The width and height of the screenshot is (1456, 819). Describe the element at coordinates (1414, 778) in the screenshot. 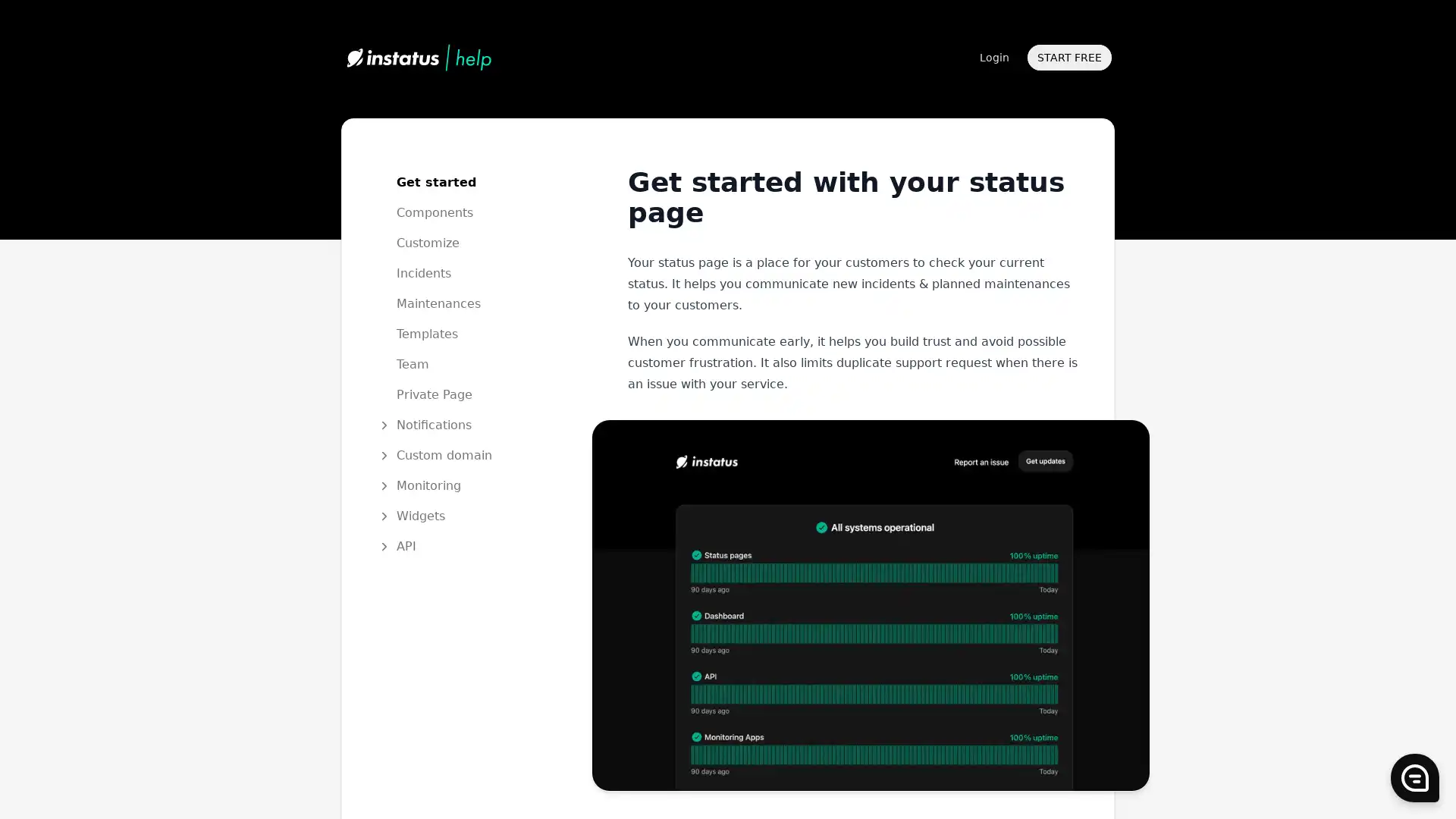

I see `Launch Front Chat` at that location.